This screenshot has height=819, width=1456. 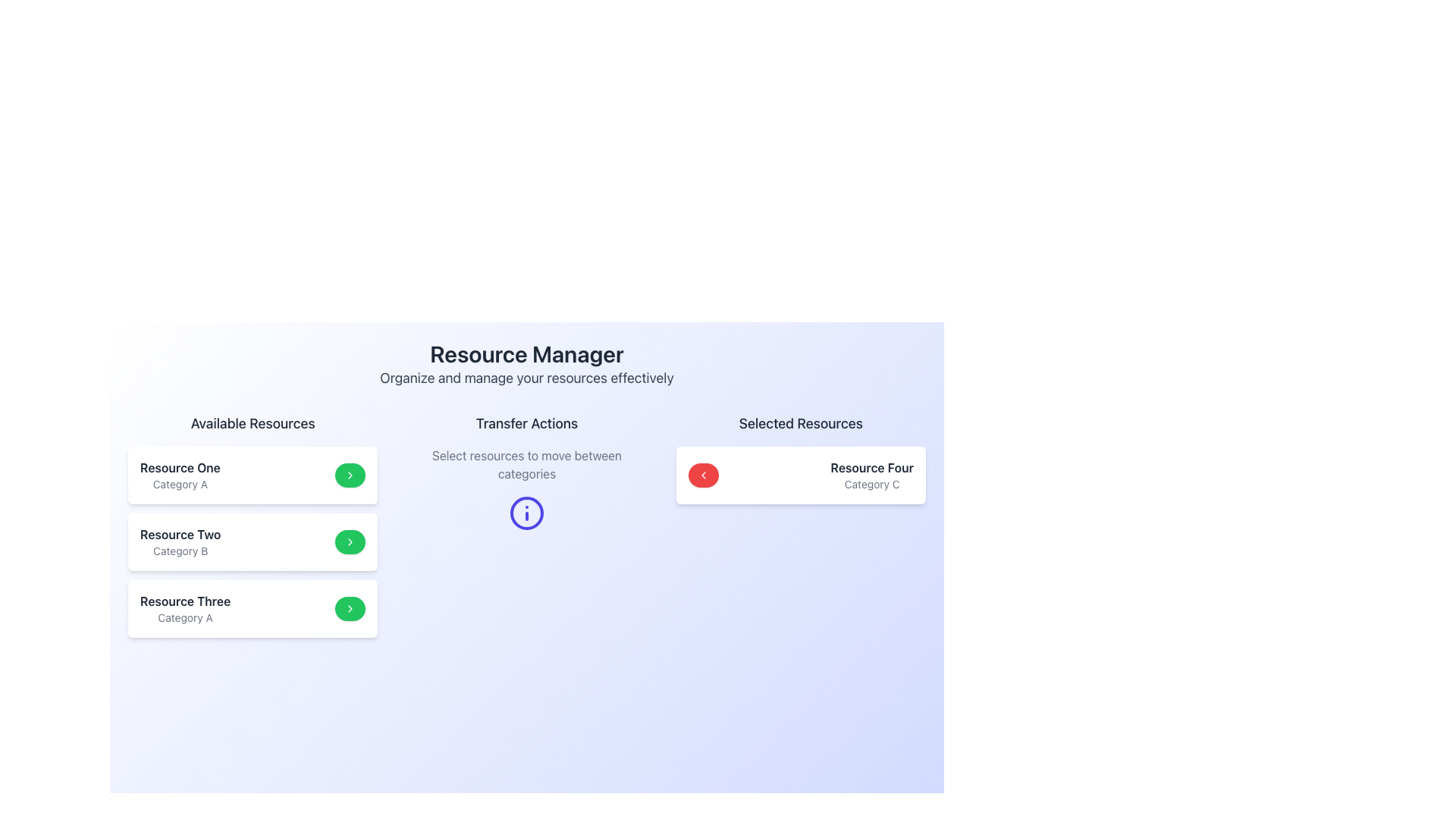 What do you see at coordinates (180, 475) in the screenshot?
I see `displayed text from the 'Resource One' entry in the 'Available Resources' list, which shows 'Resource One' in bold dark gray and 'Category A' in smaller light gray` at bounding box center [180, 475].